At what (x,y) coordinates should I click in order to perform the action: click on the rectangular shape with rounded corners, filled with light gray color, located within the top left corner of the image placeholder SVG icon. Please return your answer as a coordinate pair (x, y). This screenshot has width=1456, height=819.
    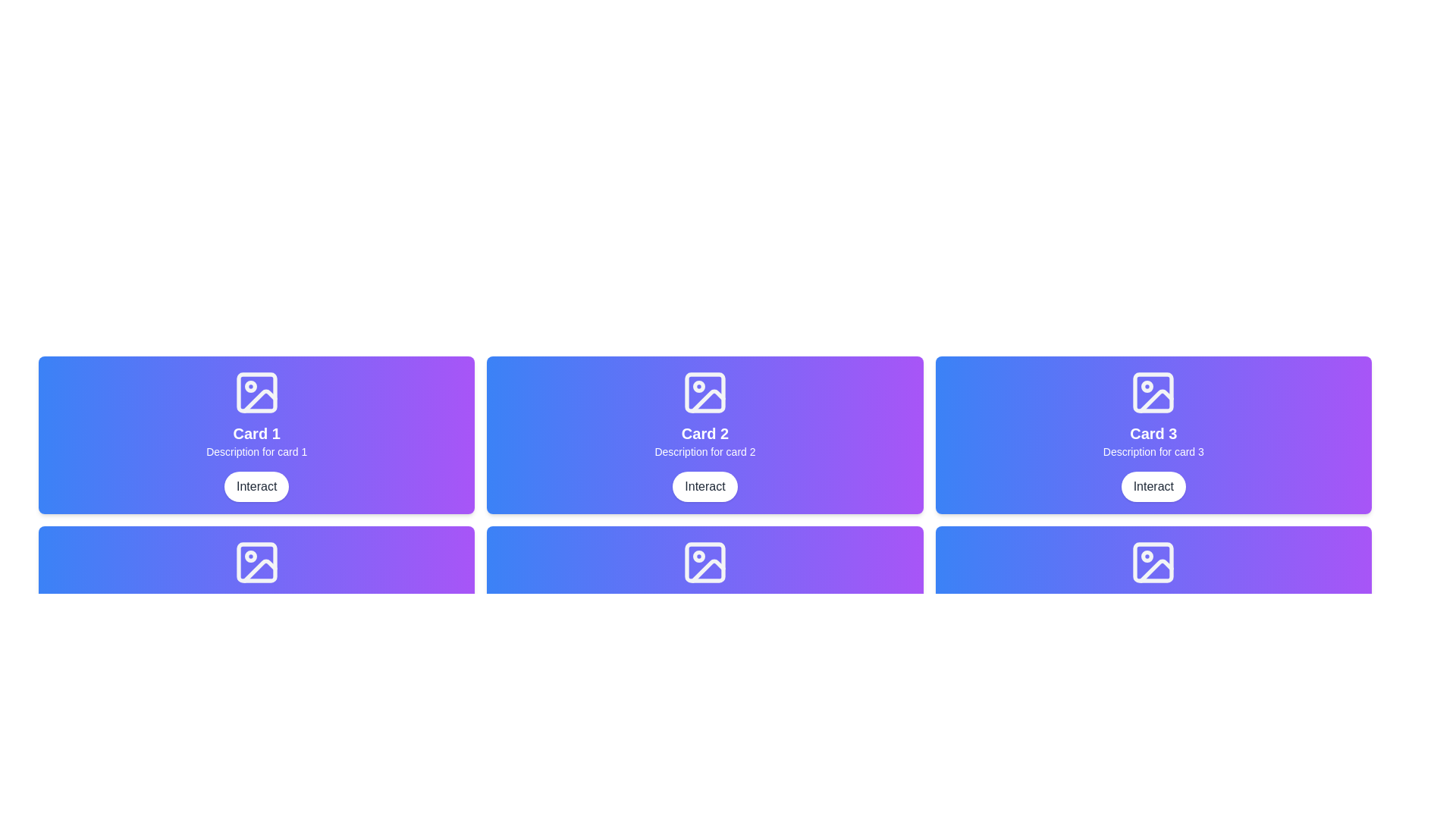
    Looking at the image, I should click on (704, 562).